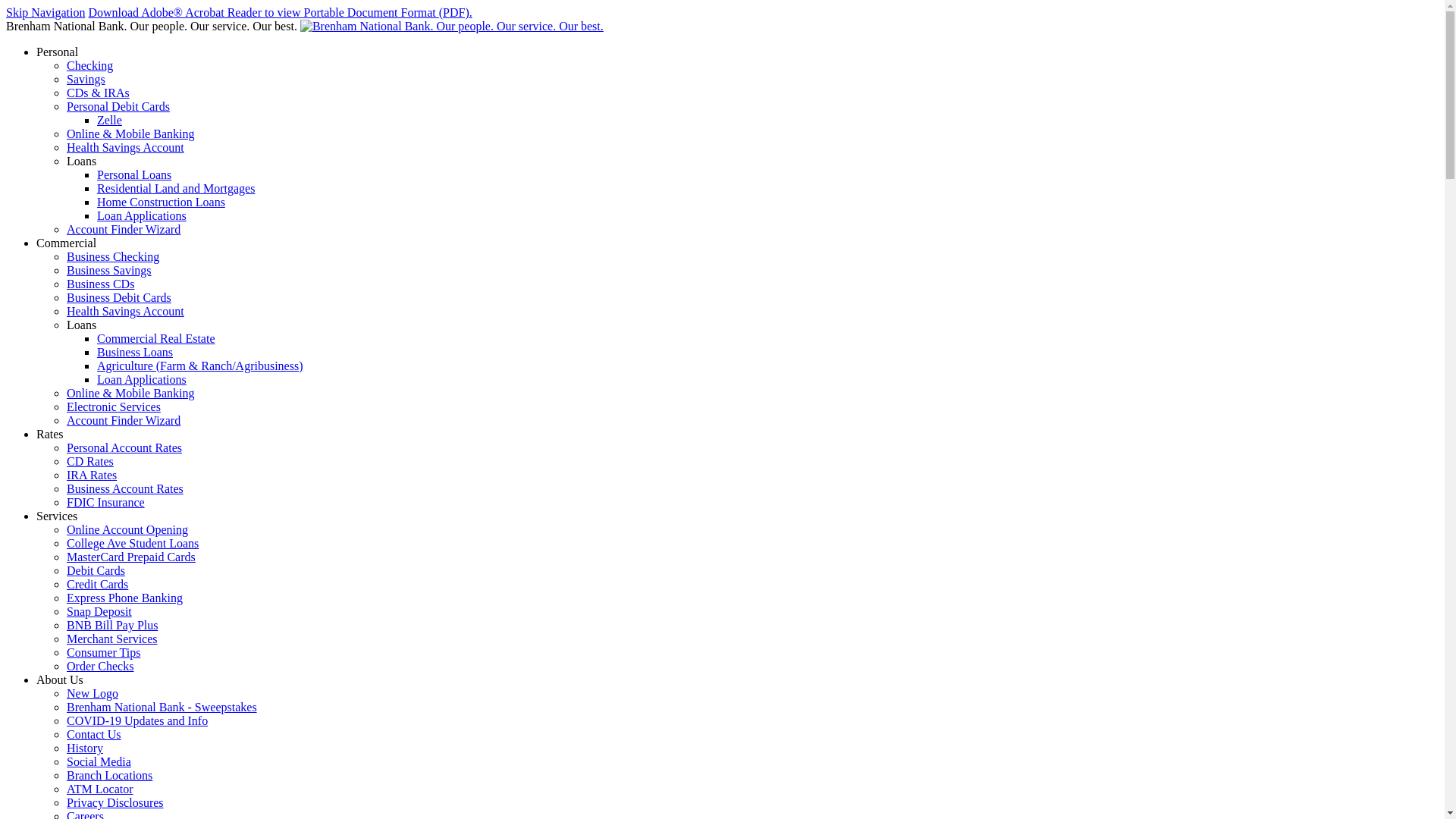 The height and width of the screenshot is (819, 1456). Describe the element at coordinates (96, 583) in the screenshot. I see `'Credit Cards'` at that location.